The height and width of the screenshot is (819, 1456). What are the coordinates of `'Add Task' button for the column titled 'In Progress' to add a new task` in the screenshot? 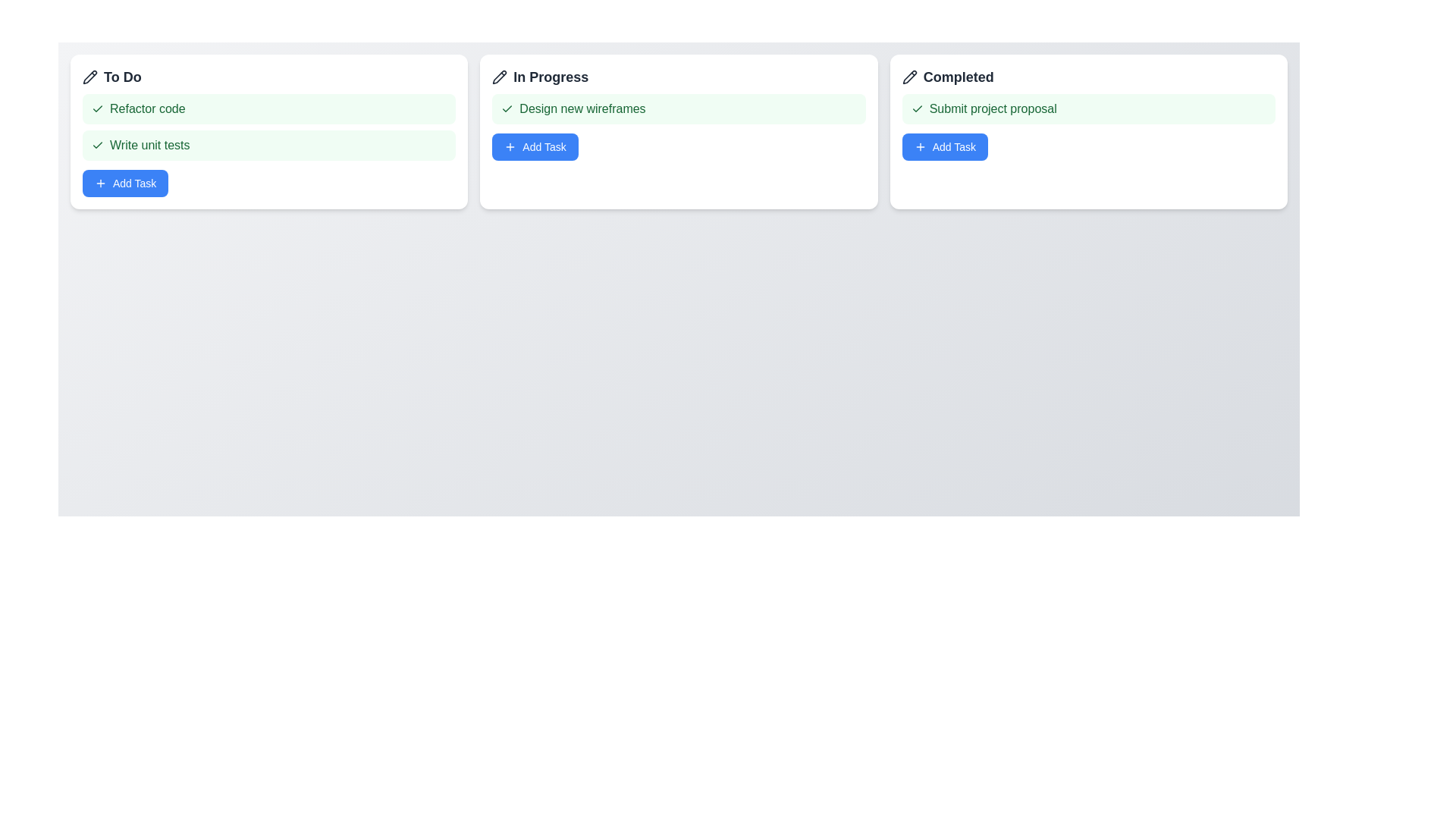 It's located at (535, 146).